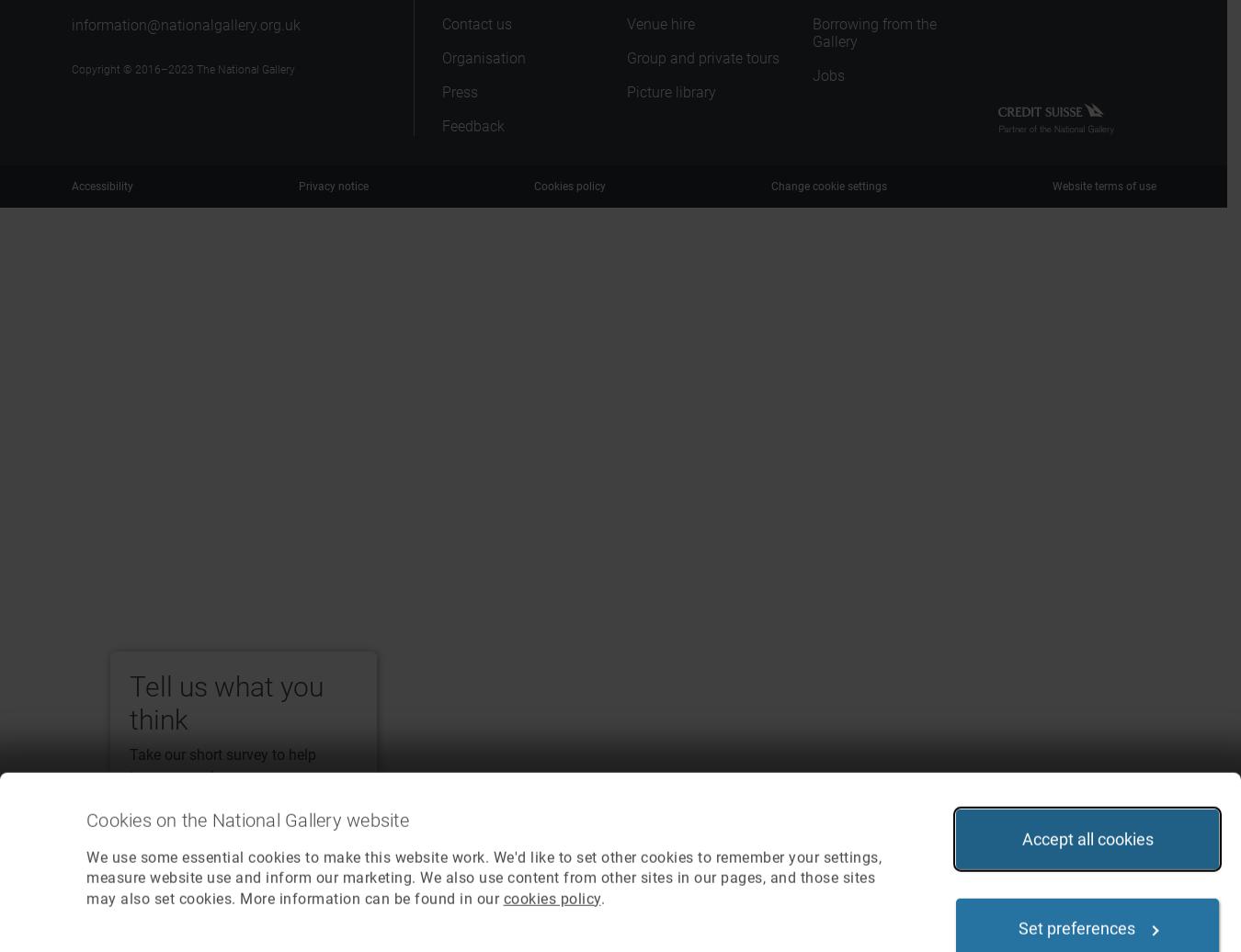  What do you see at coordinates (458, 92) in the screenshot?
I see `'Press'` at bounding box center [458, 92].